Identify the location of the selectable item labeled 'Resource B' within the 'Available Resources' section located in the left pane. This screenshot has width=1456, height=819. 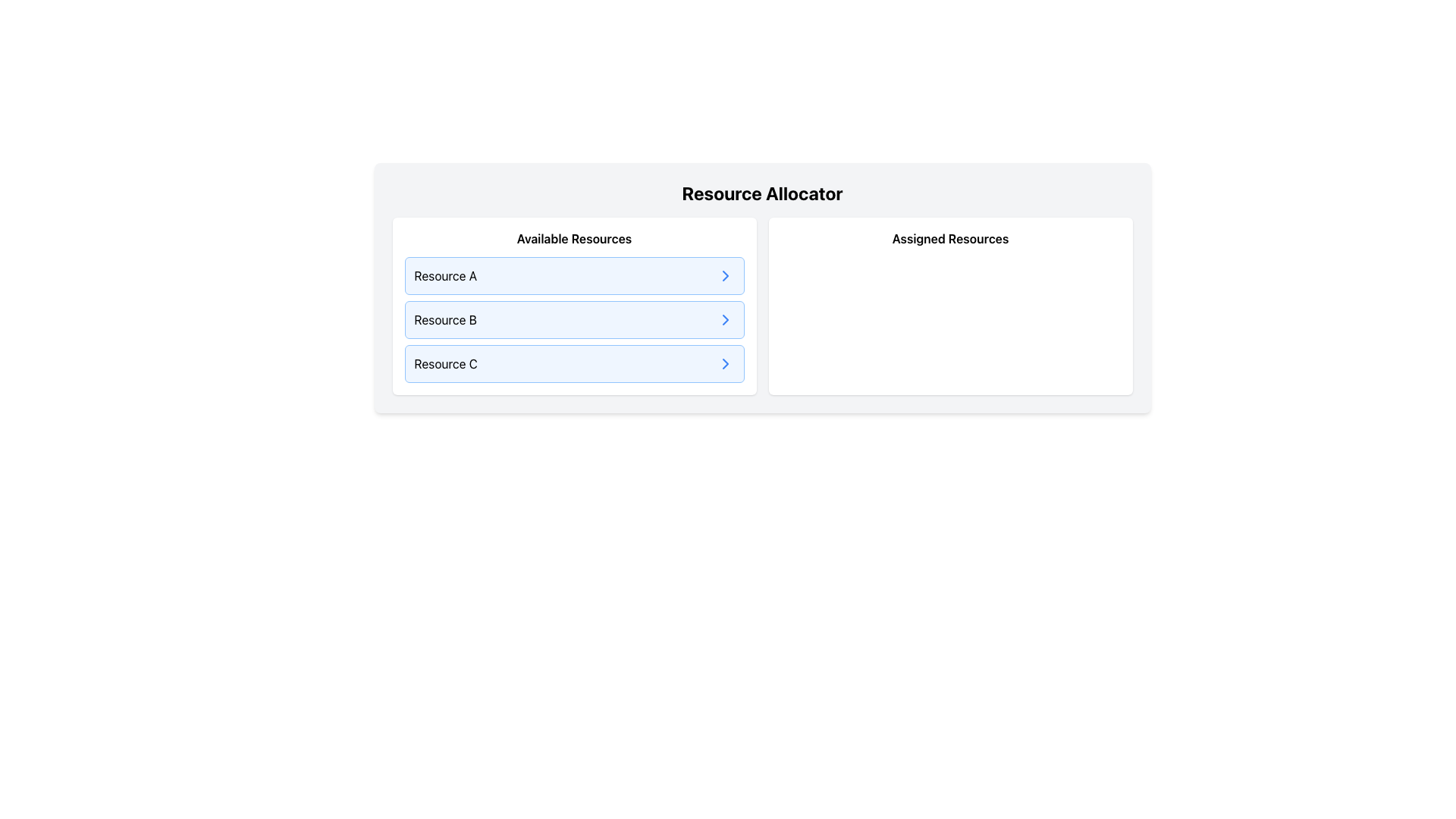
(573, 318).